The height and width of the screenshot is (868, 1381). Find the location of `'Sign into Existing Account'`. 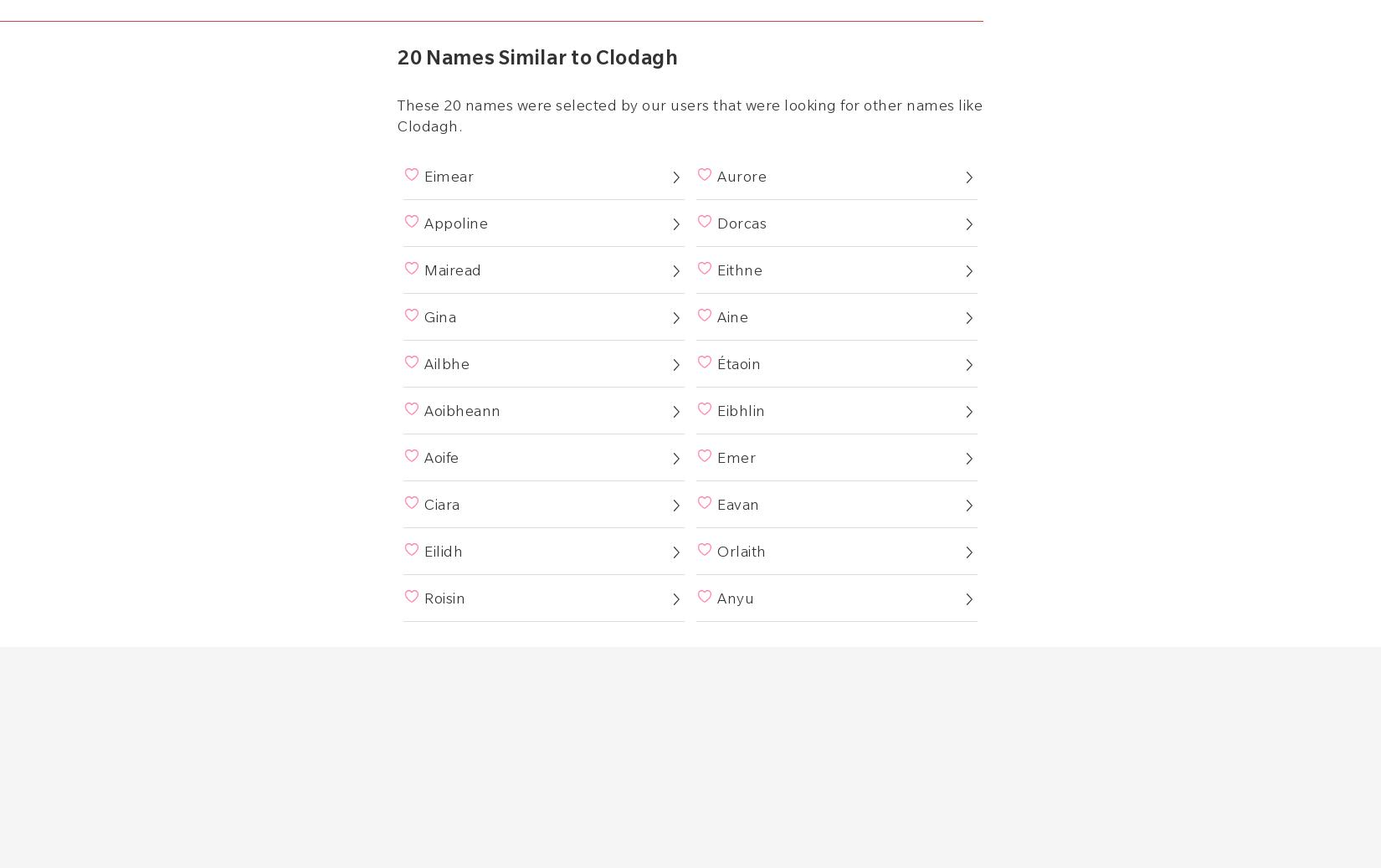

'Sign into Existing Account' is located at coordinates (649, 247).